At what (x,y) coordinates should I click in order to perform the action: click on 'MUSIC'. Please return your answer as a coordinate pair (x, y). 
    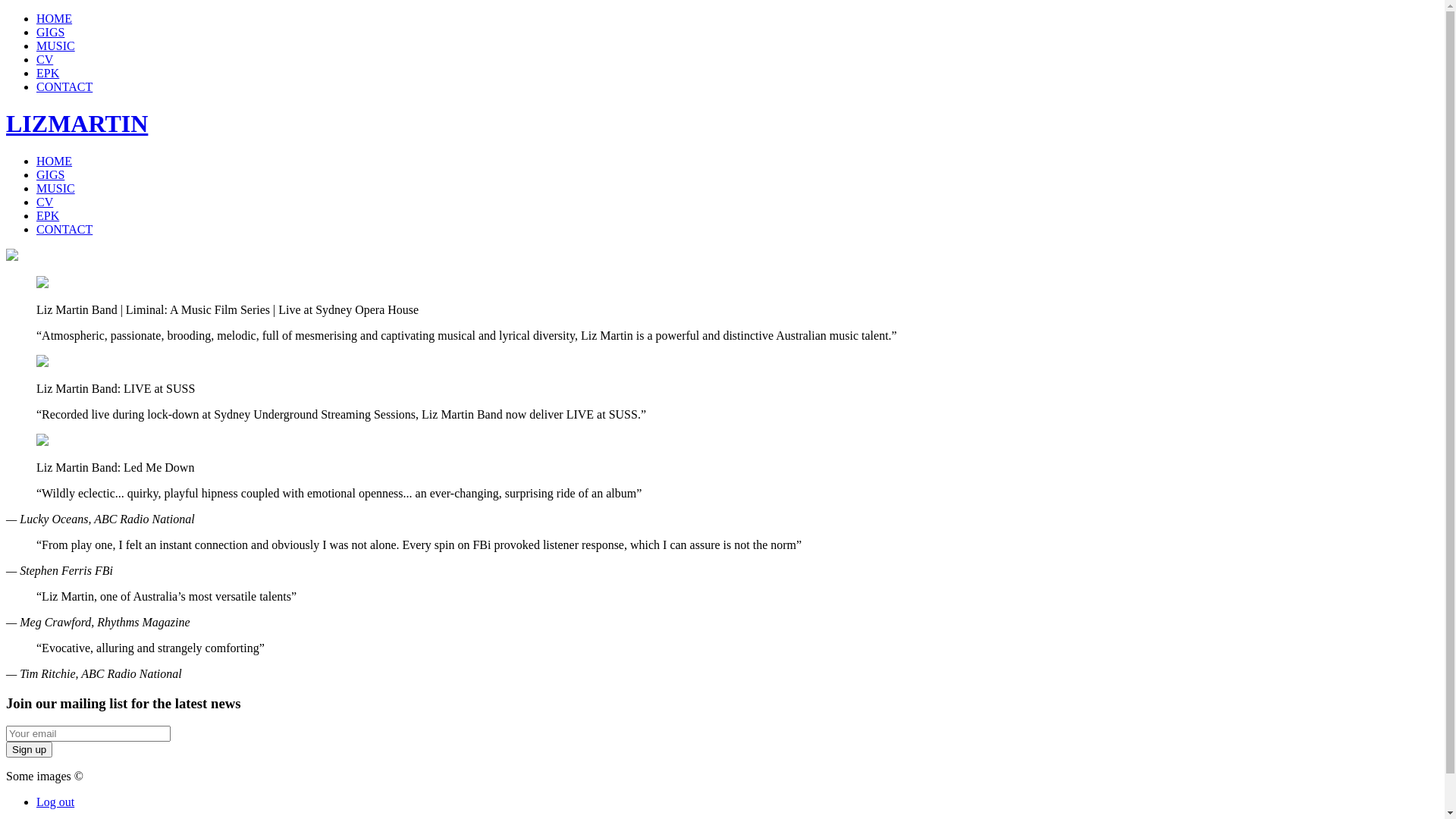
    Looking at the image, I should click on (55, 45).